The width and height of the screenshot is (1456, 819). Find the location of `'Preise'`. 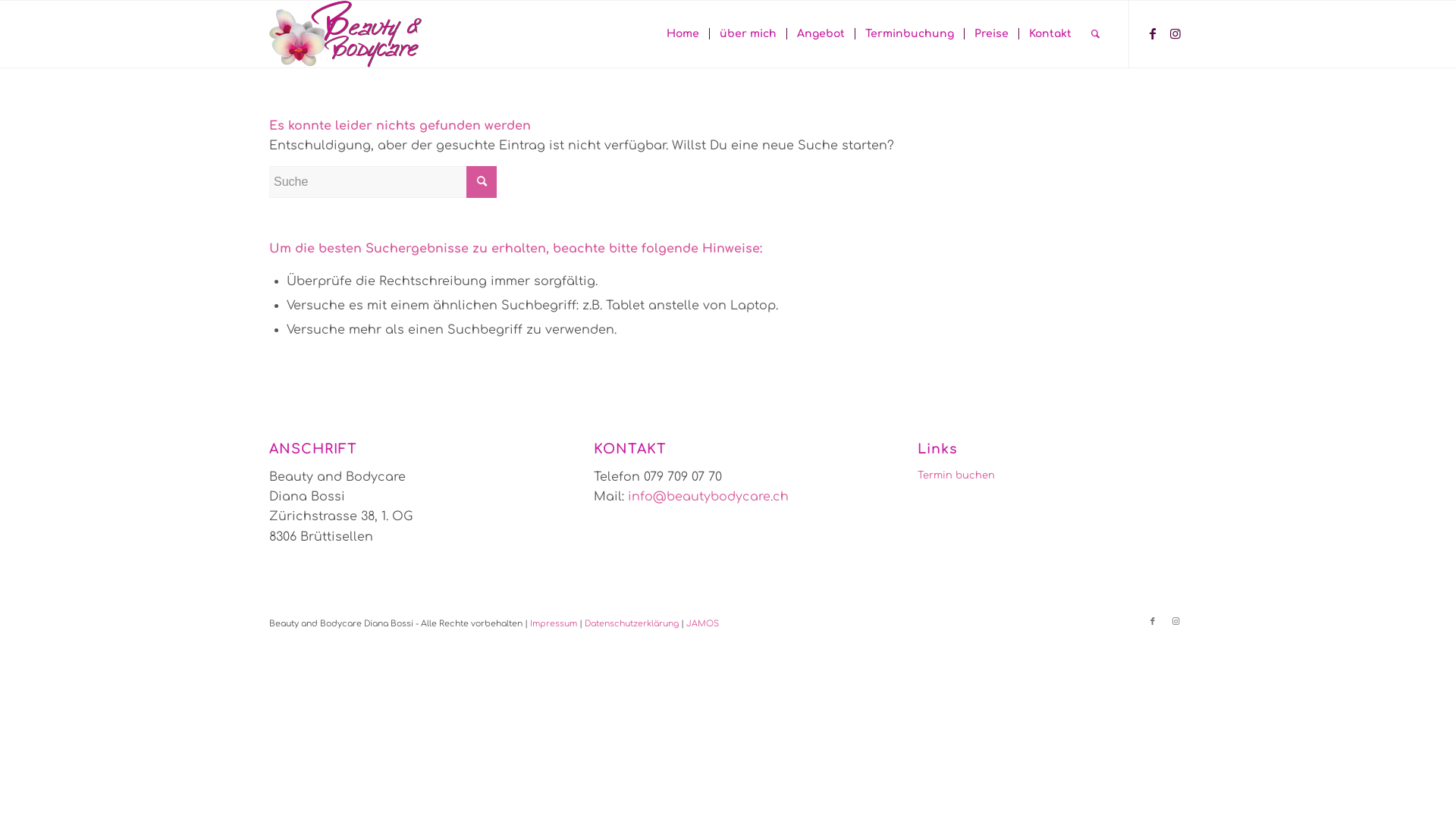

'Preise' is located at coordinates (990, 34).